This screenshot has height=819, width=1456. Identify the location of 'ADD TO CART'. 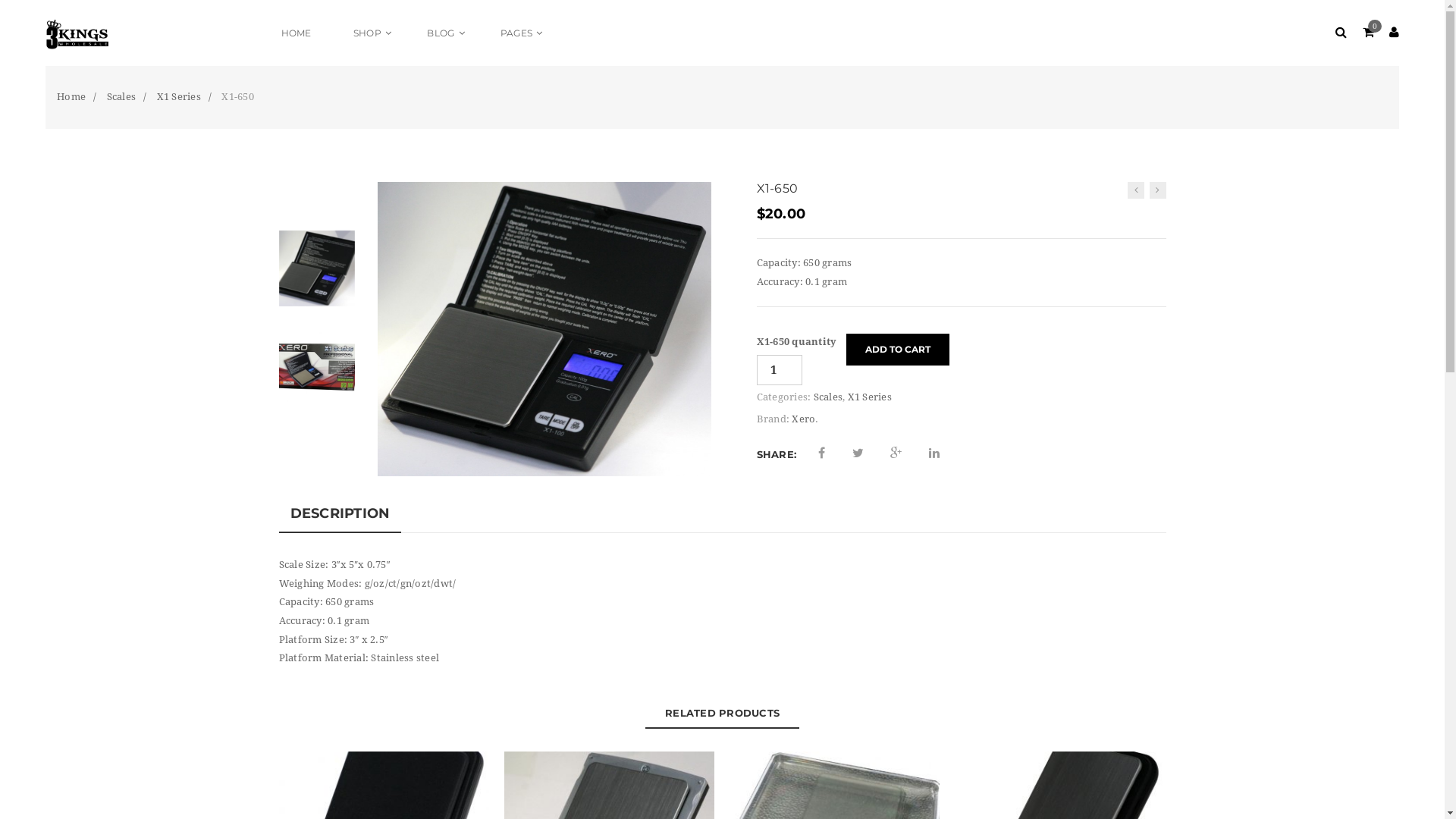
(898, 350).